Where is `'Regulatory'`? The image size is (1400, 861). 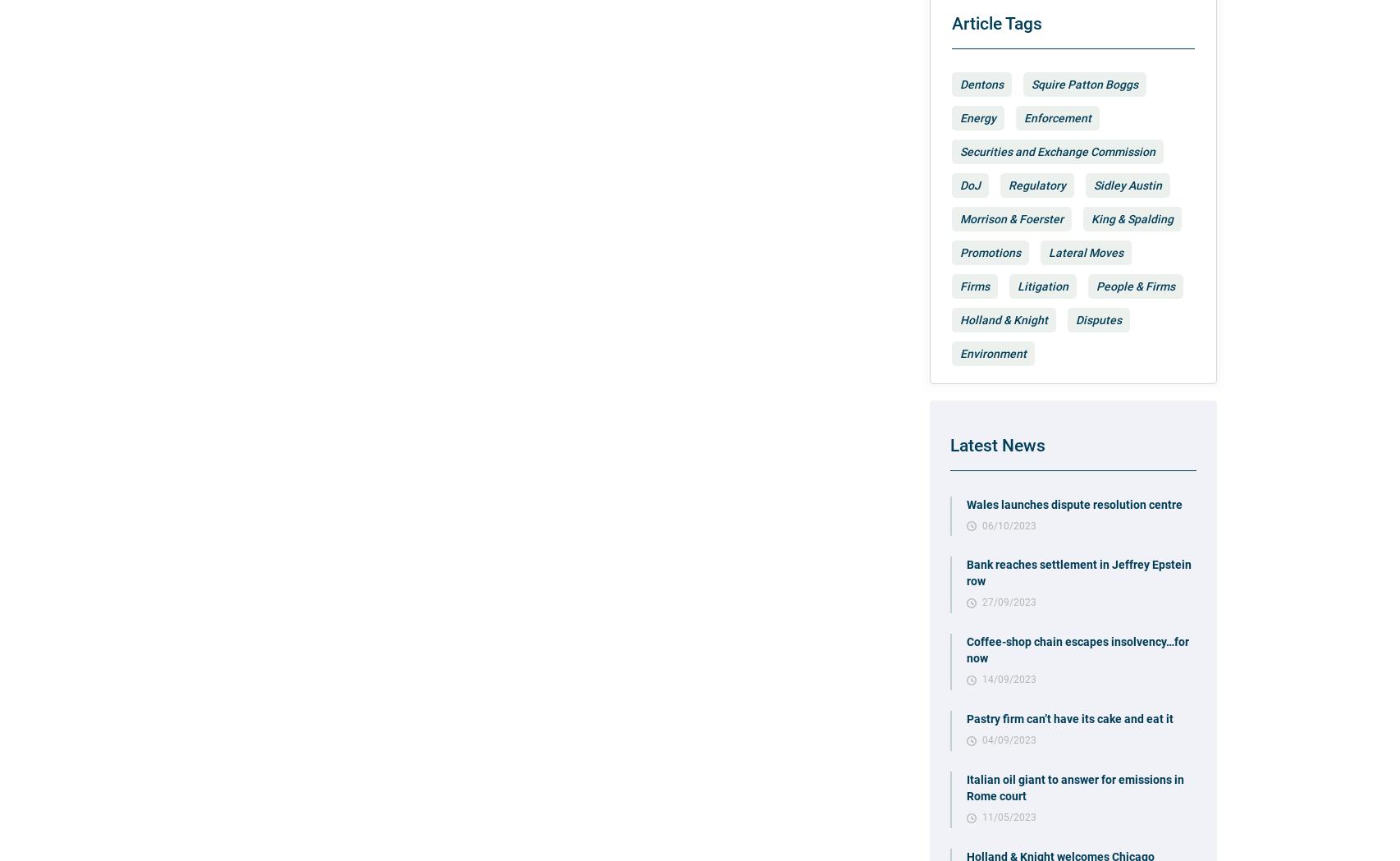
'Regulatory' is located at coordinates (1009, 185).